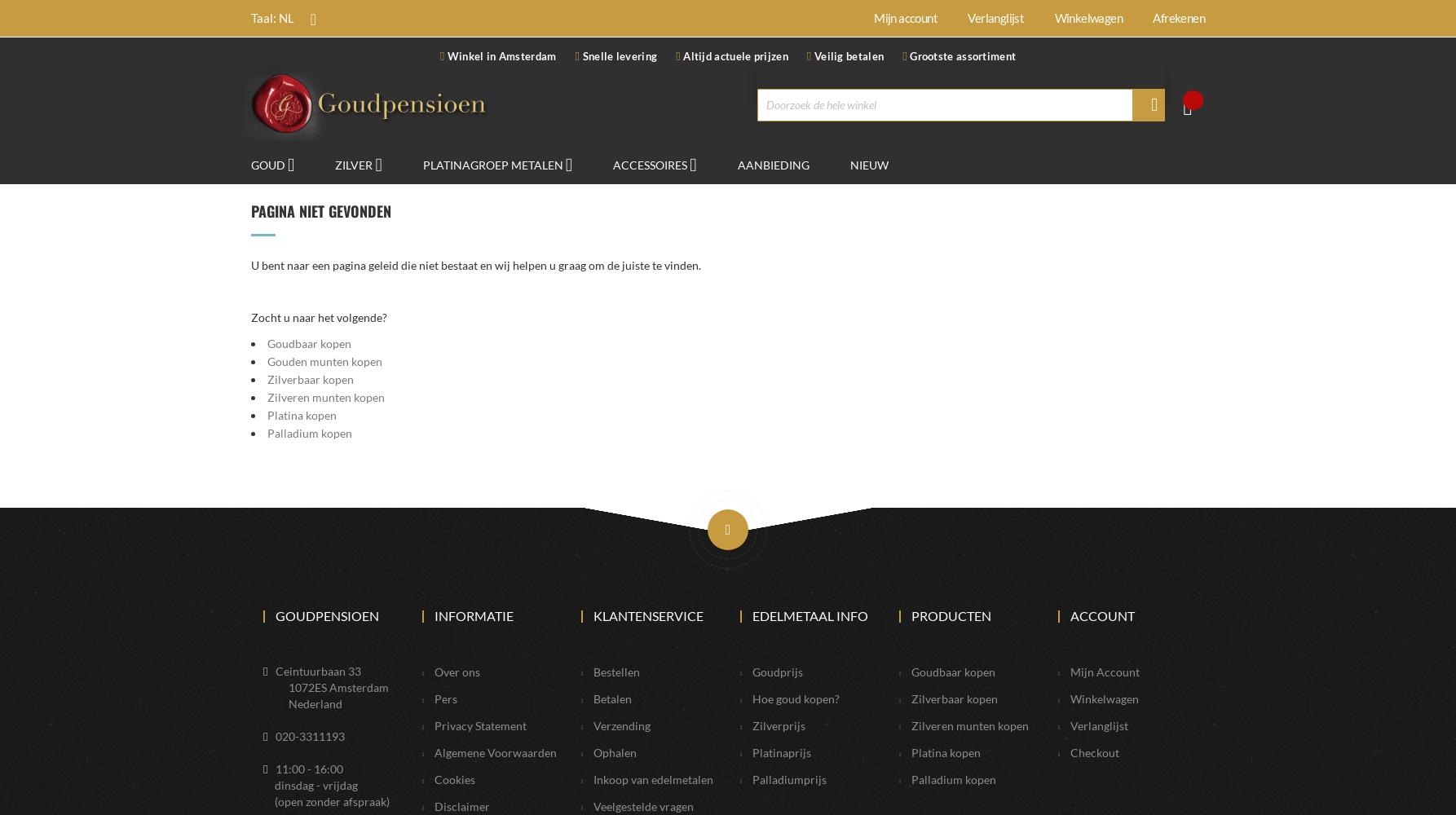 Image resolution: width=1456 pixels, height=815 pixels. I want to click on 'Afrekenen', so click(1177, 18).